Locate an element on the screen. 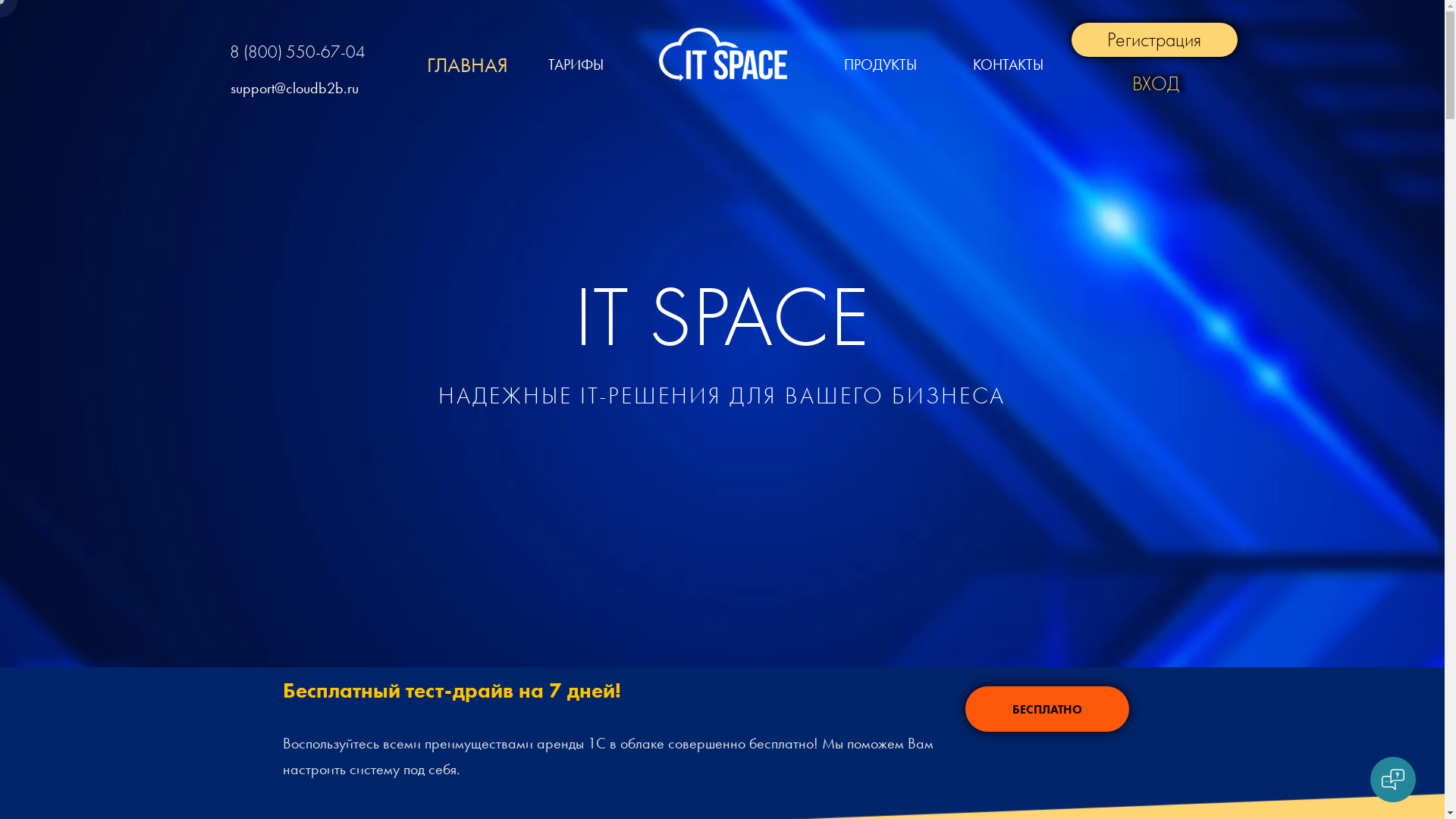 This screenshot has width=1456, height=819. 'support@cloudb2b.ru' is located at coordinates (294, 87).